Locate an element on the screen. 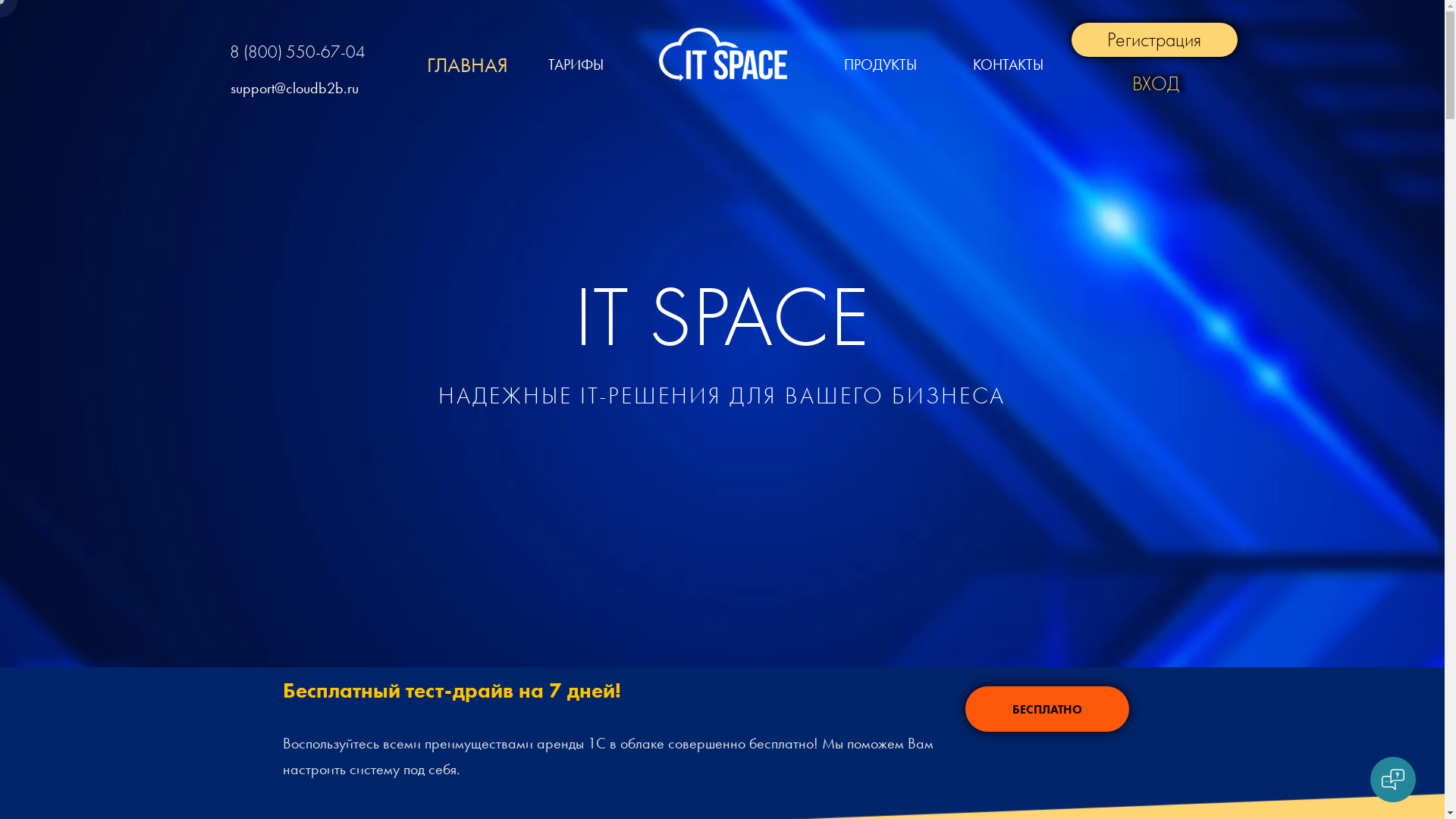 This screenshot has width=1456, height=819. 'support@cloudb2b.ru' is located at coordinates (294, 87).